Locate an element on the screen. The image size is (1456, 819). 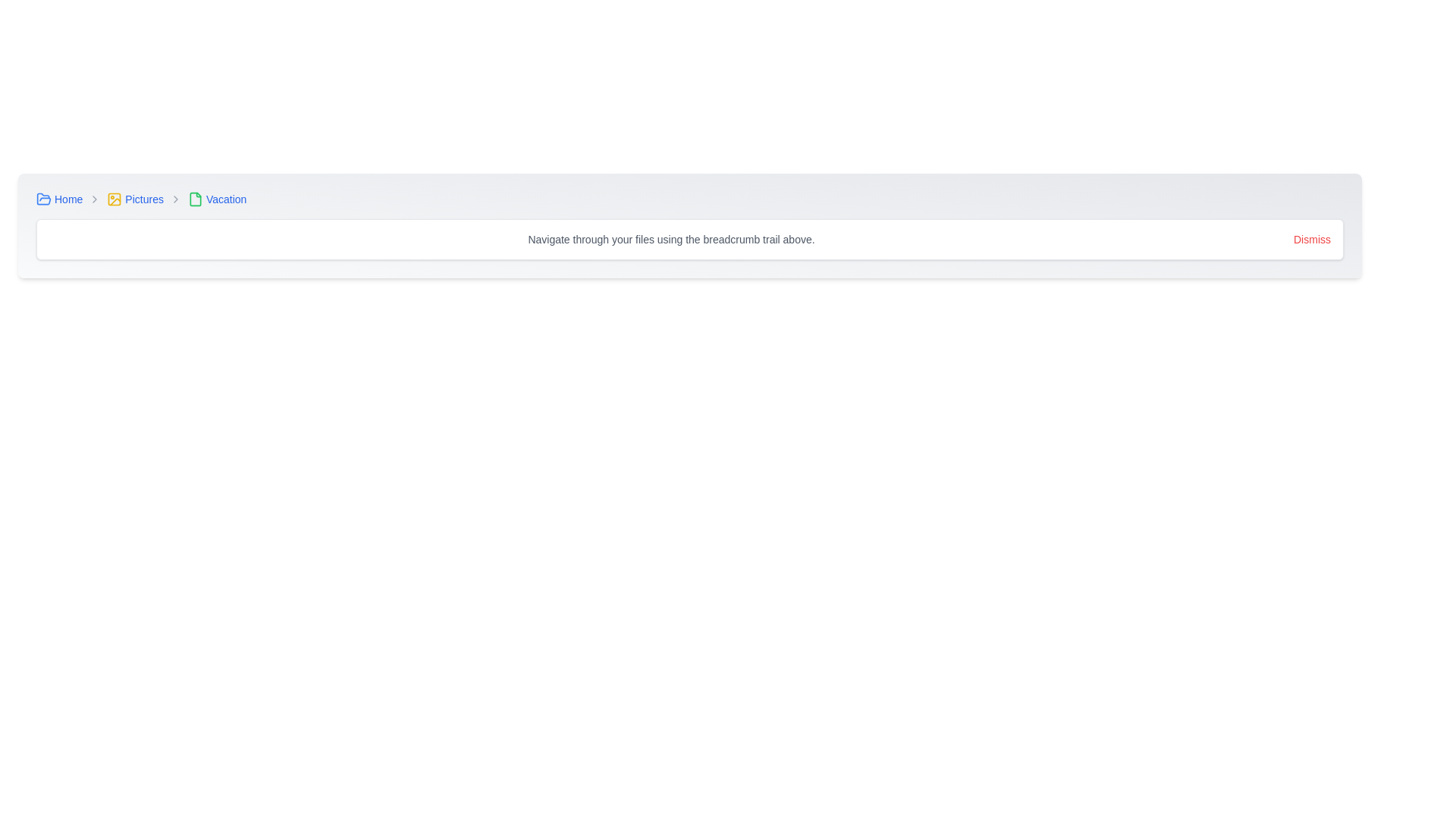
the 'Vacation' hyperlink is located at coordinates (225, 198).